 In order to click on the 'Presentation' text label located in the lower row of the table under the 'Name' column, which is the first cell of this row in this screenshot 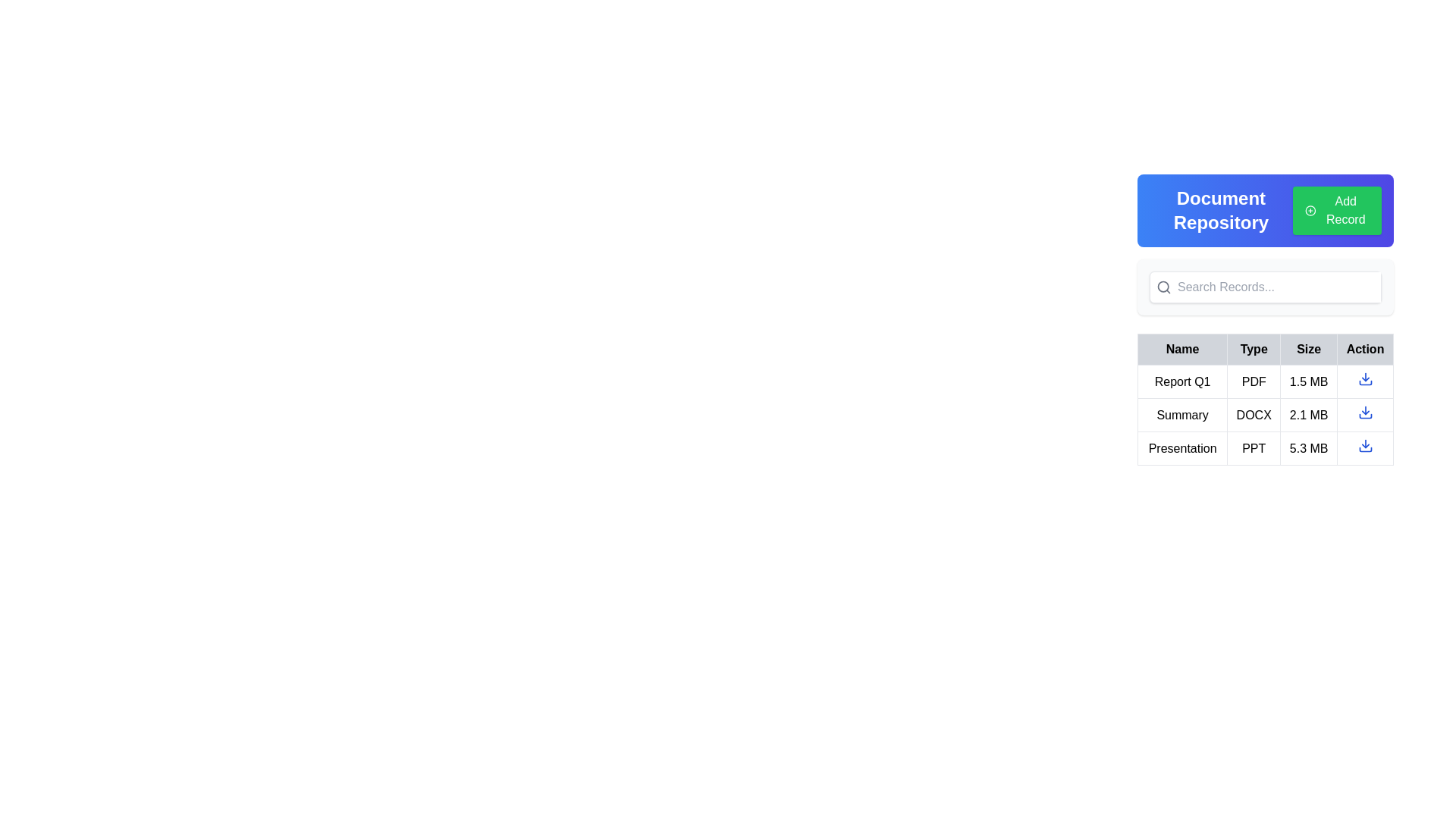, I will do `click(1181, 447)`.